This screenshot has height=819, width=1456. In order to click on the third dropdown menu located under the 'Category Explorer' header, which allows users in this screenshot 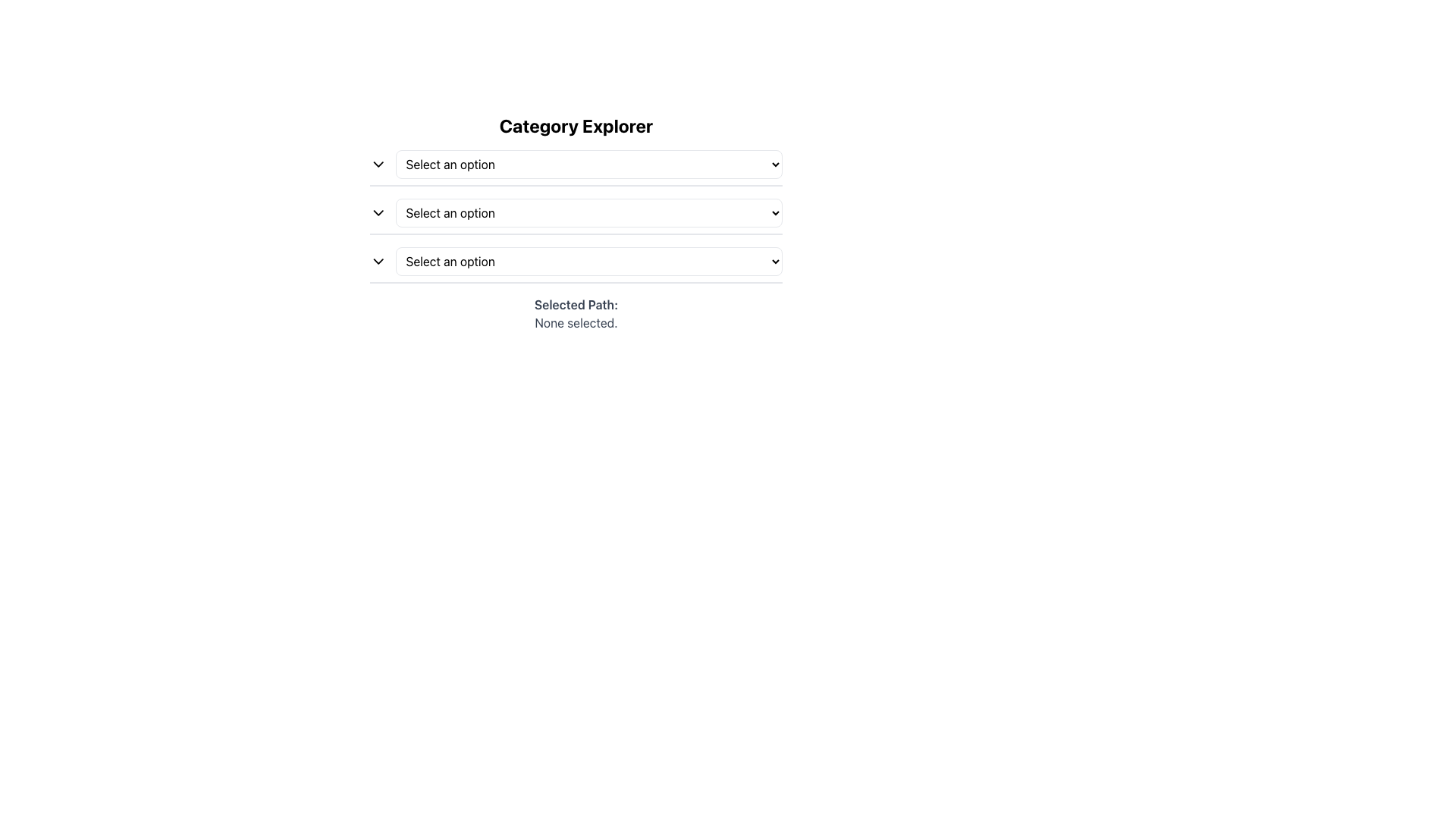, I will do `click(575, 265)`.